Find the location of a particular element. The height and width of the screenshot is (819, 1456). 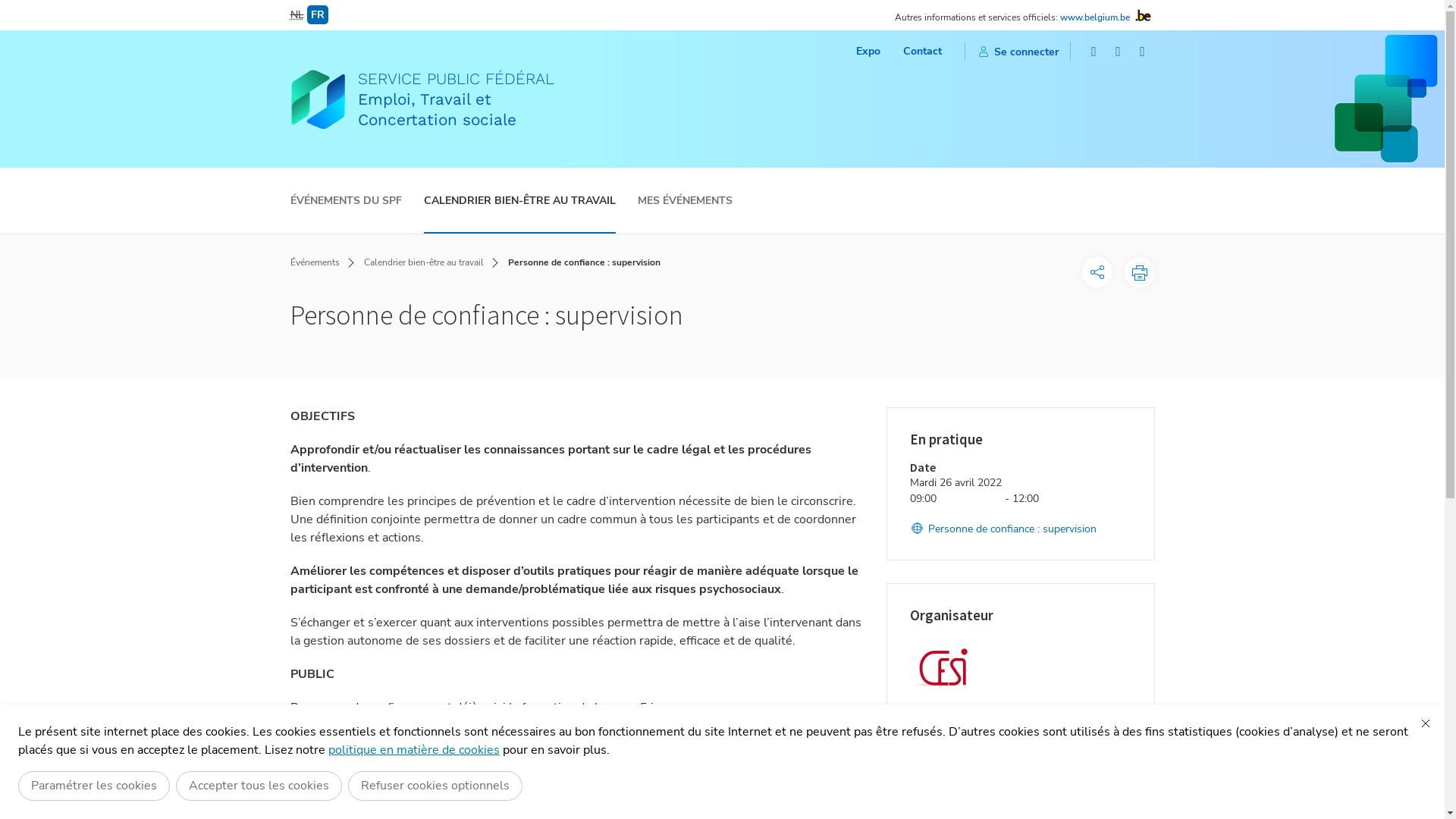

'Refuser cookies optionnels' is located at coordinates (435, 785).